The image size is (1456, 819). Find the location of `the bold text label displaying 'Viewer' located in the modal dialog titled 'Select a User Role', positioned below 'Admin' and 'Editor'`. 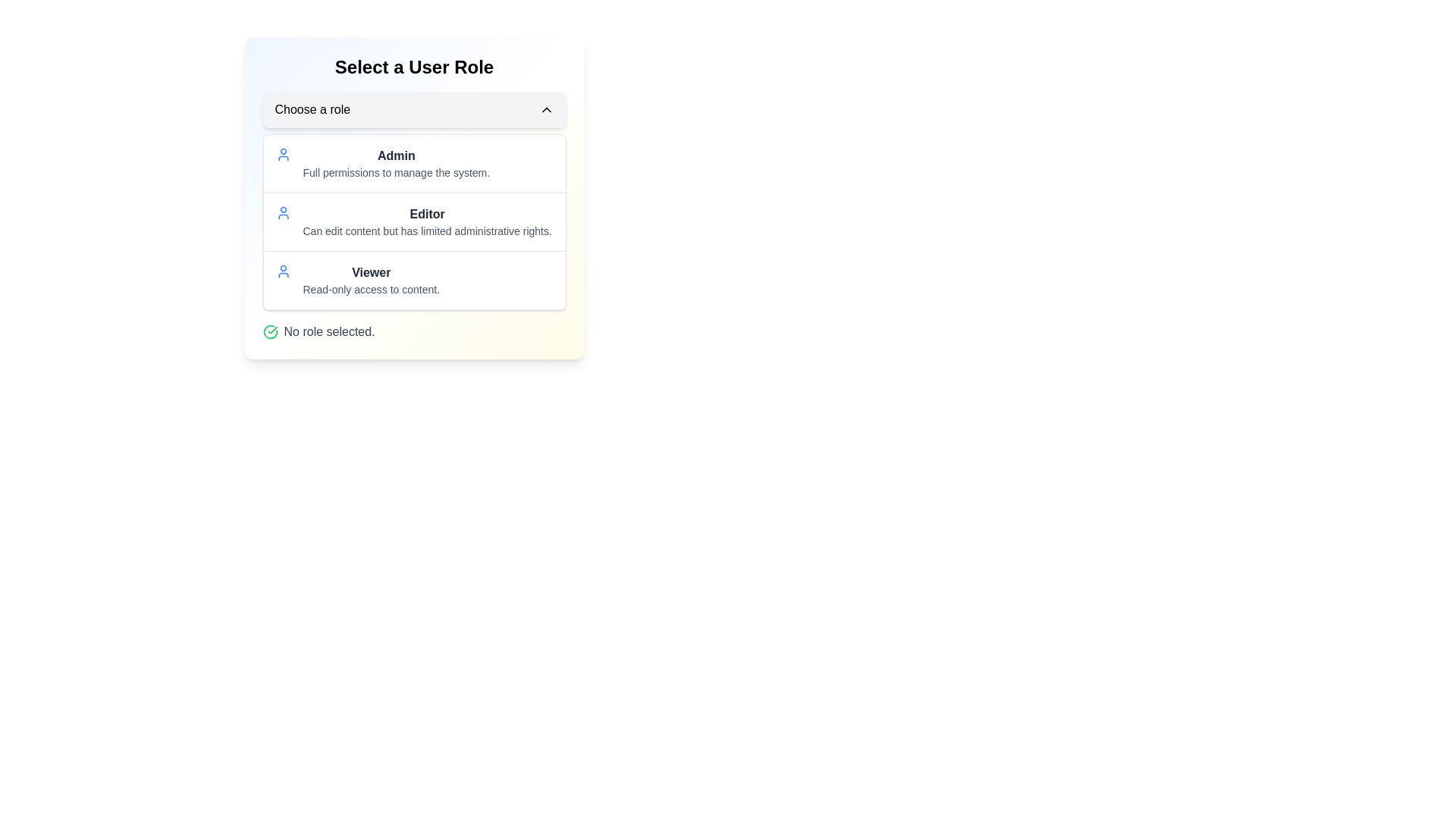

the bold text label displaying 'Viewer' located in the modal dialog titled 'Select a User Role', positioned below 'Admin' and 'Editor' is located at coordinates (371, 271).